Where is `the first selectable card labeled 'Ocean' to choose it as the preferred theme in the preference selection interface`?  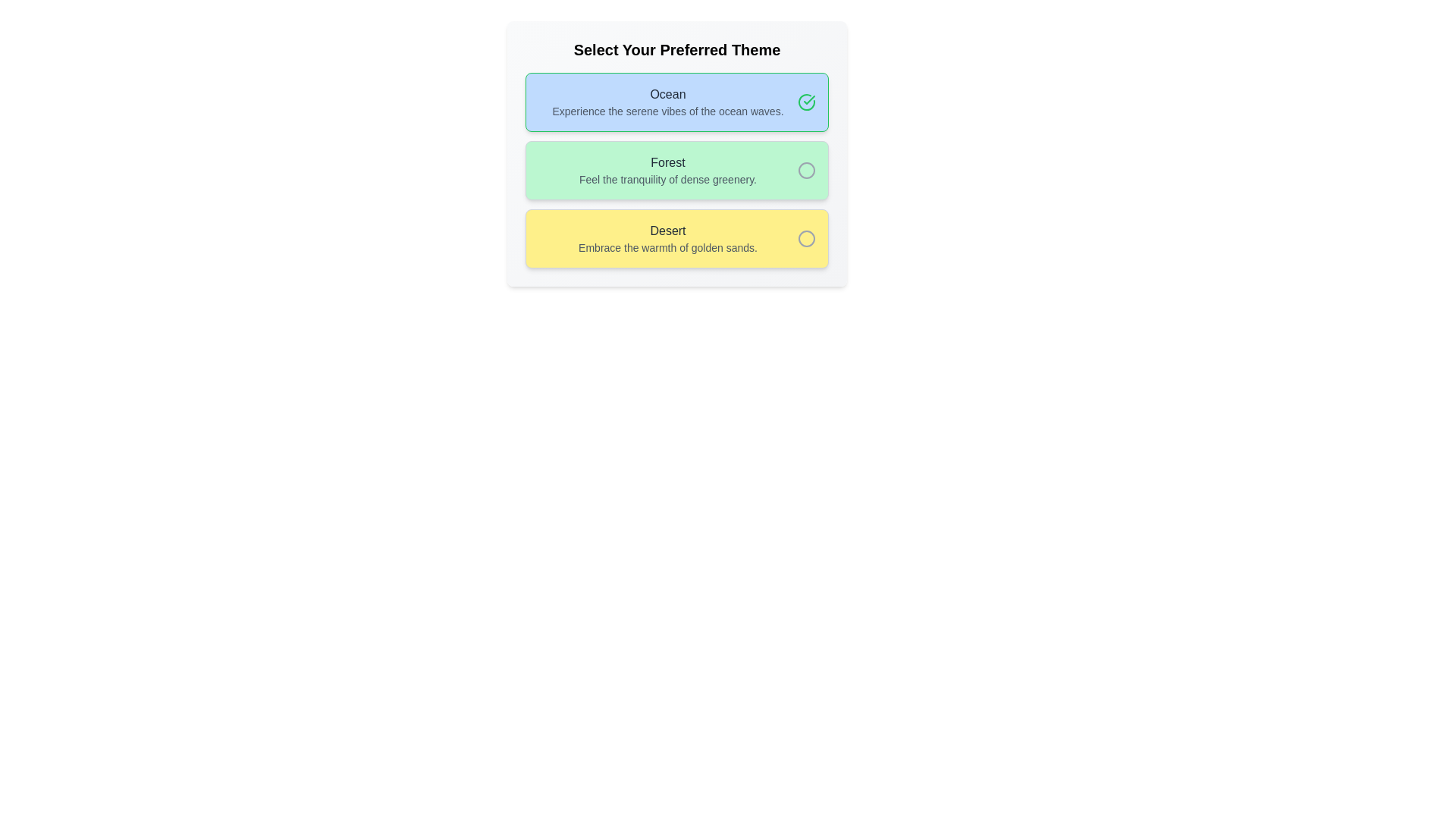 the first selectable card labeled 'Ocean' to choose it as the preferred theme in the preference selection interface is located at coordinates (676, 102).